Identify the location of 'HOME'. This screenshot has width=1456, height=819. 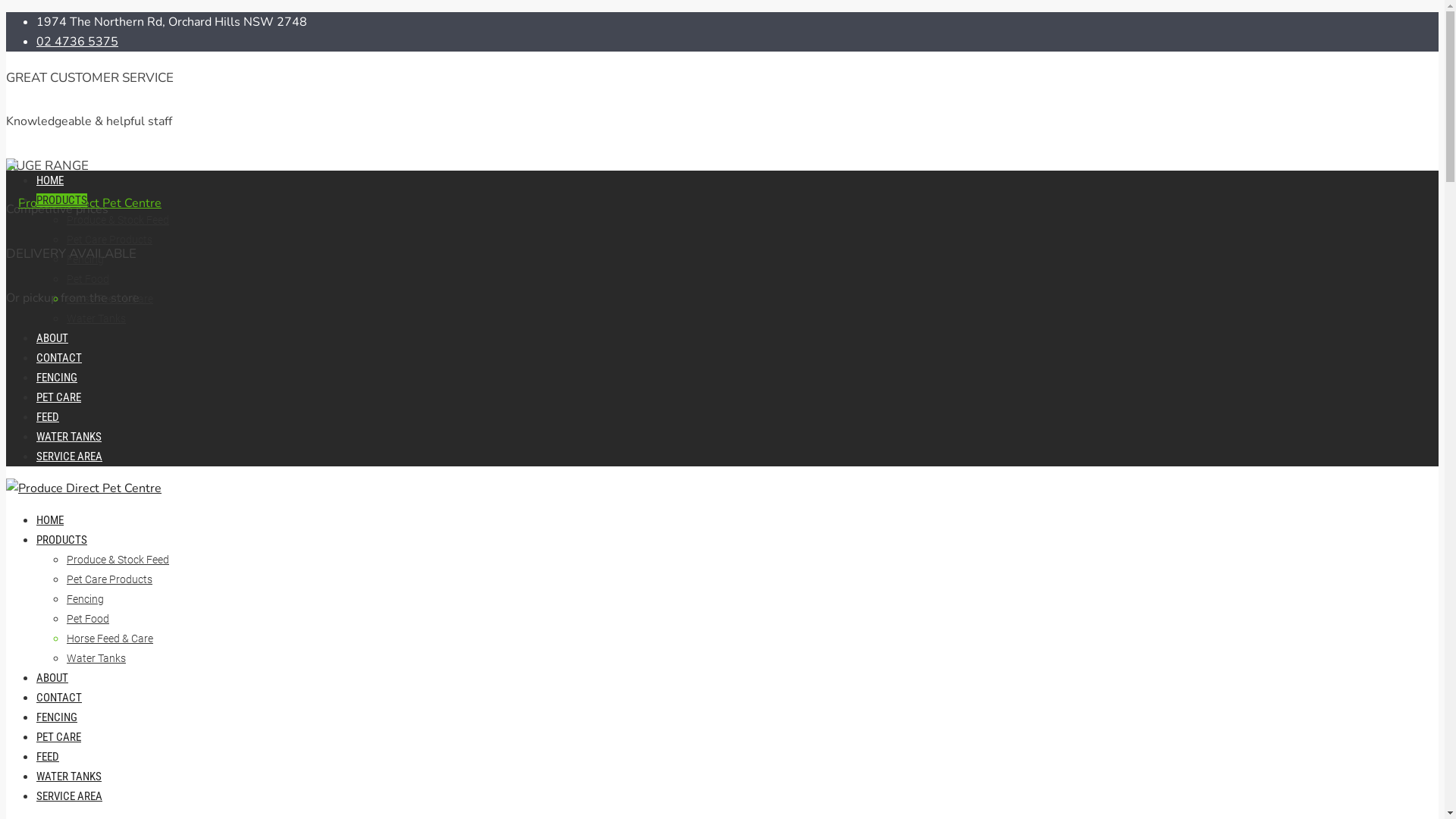
(50, 519).